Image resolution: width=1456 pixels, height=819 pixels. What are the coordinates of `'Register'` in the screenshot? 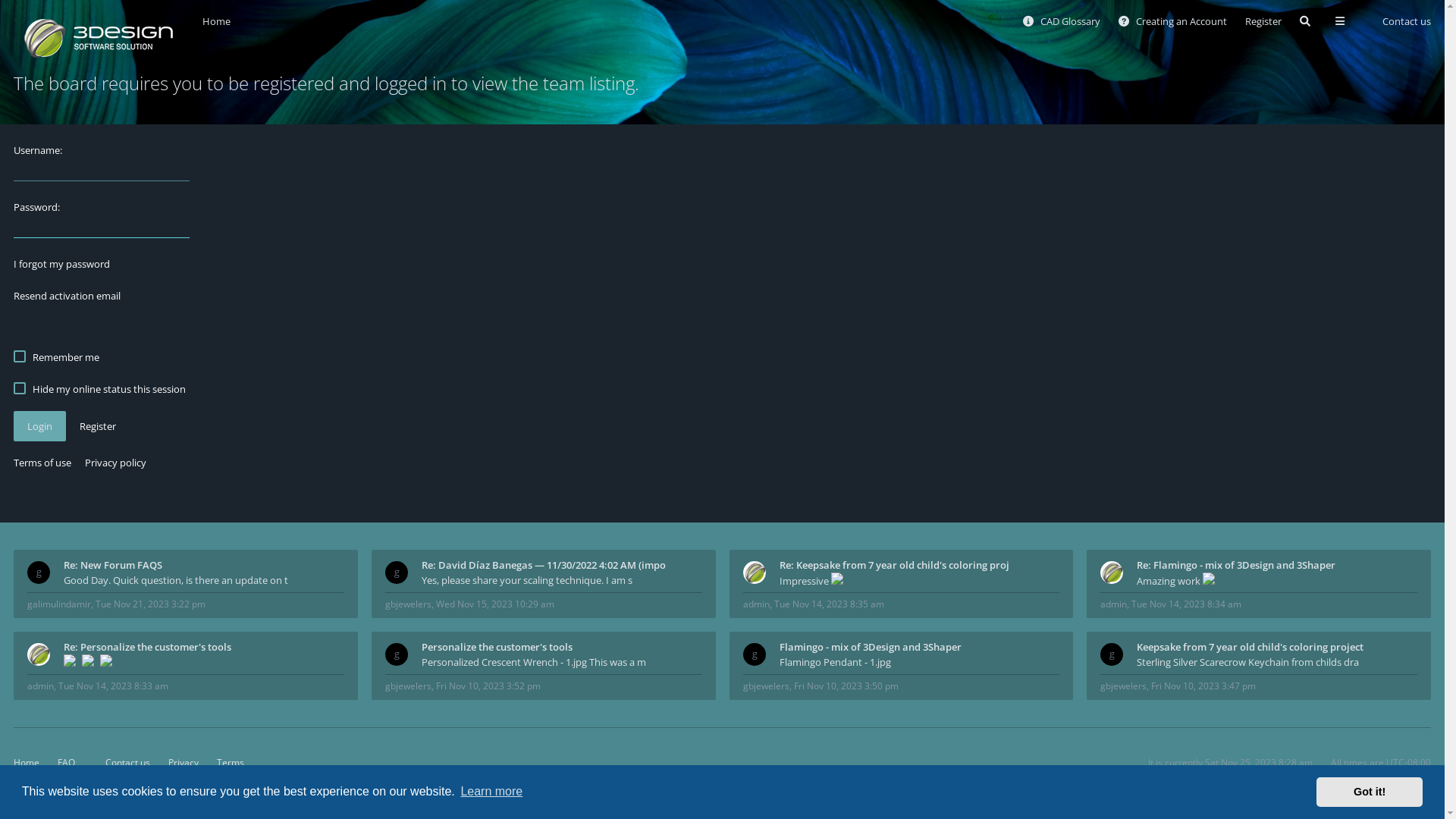 It's located at (97, 426).